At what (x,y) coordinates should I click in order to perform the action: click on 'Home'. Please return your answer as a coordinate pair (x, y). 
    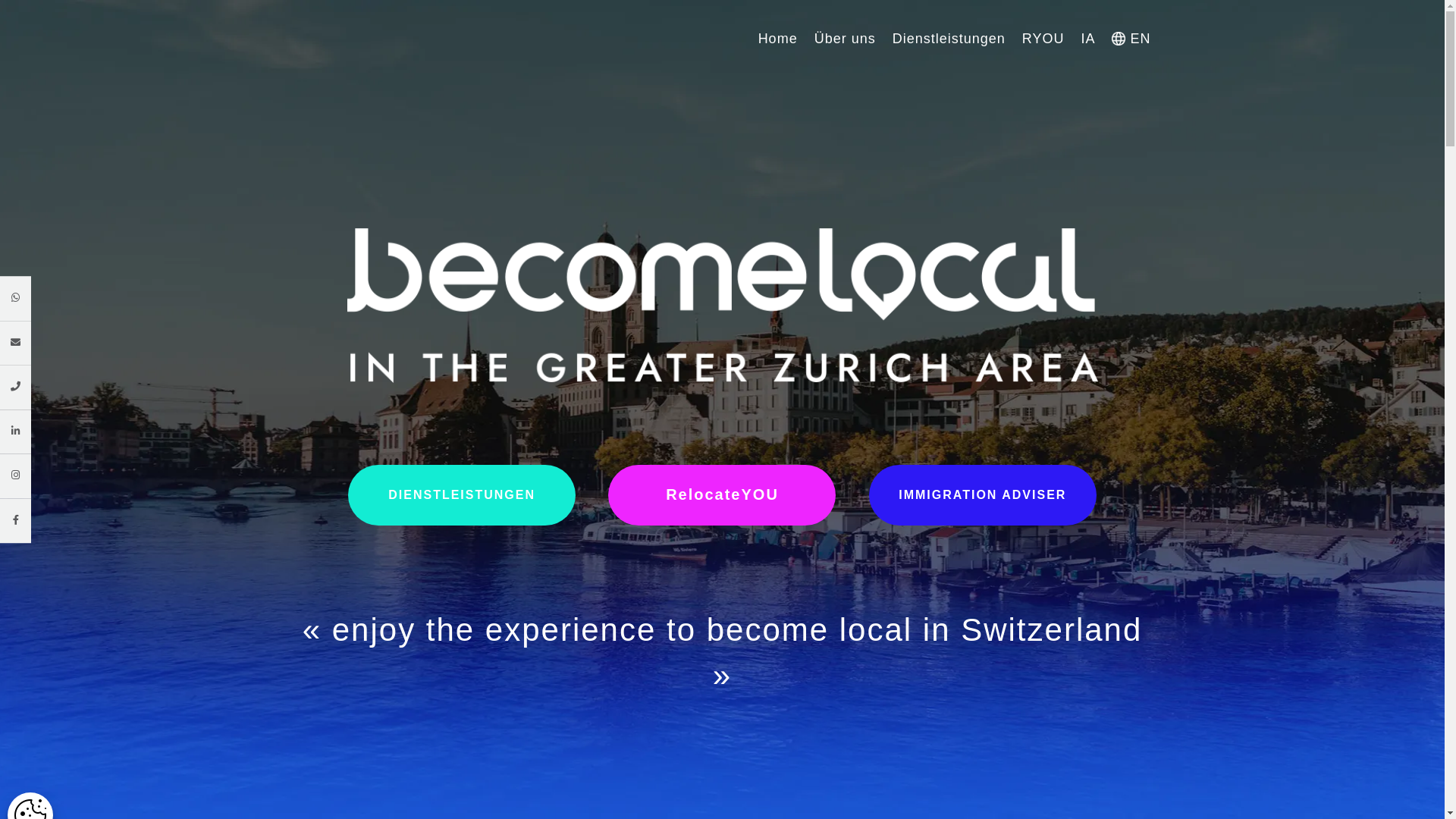
    Looking at the image, I should click on (758, 37).